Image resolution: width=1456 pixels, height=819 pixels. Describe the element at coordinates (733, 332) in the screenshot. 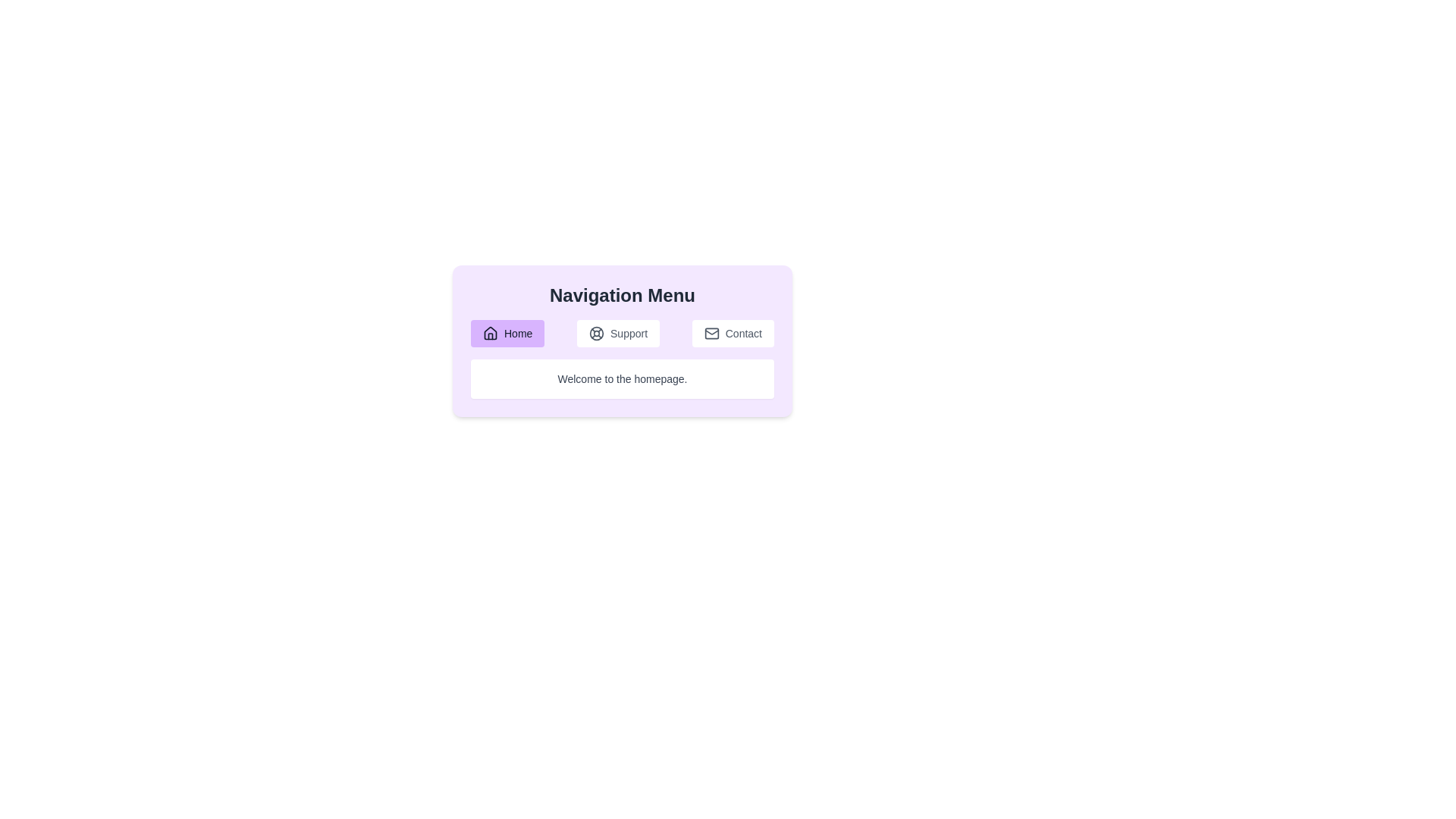

I see `the navigation button that serves as a contact page redirect, positioned to the right of the 'Support' button in the menu` at that location.